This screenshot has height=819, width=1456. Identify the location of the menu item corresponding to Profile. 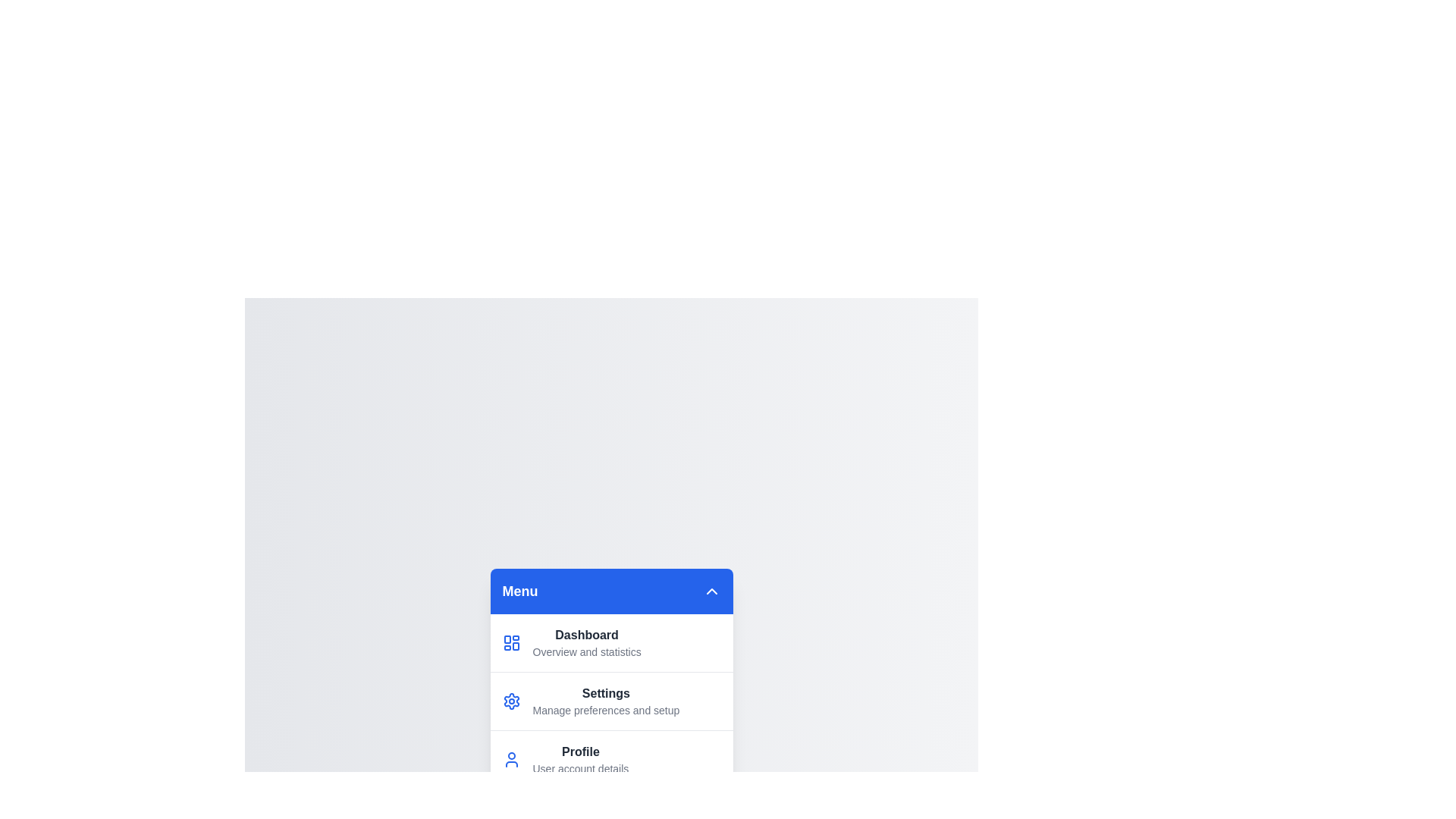
(611, 759).